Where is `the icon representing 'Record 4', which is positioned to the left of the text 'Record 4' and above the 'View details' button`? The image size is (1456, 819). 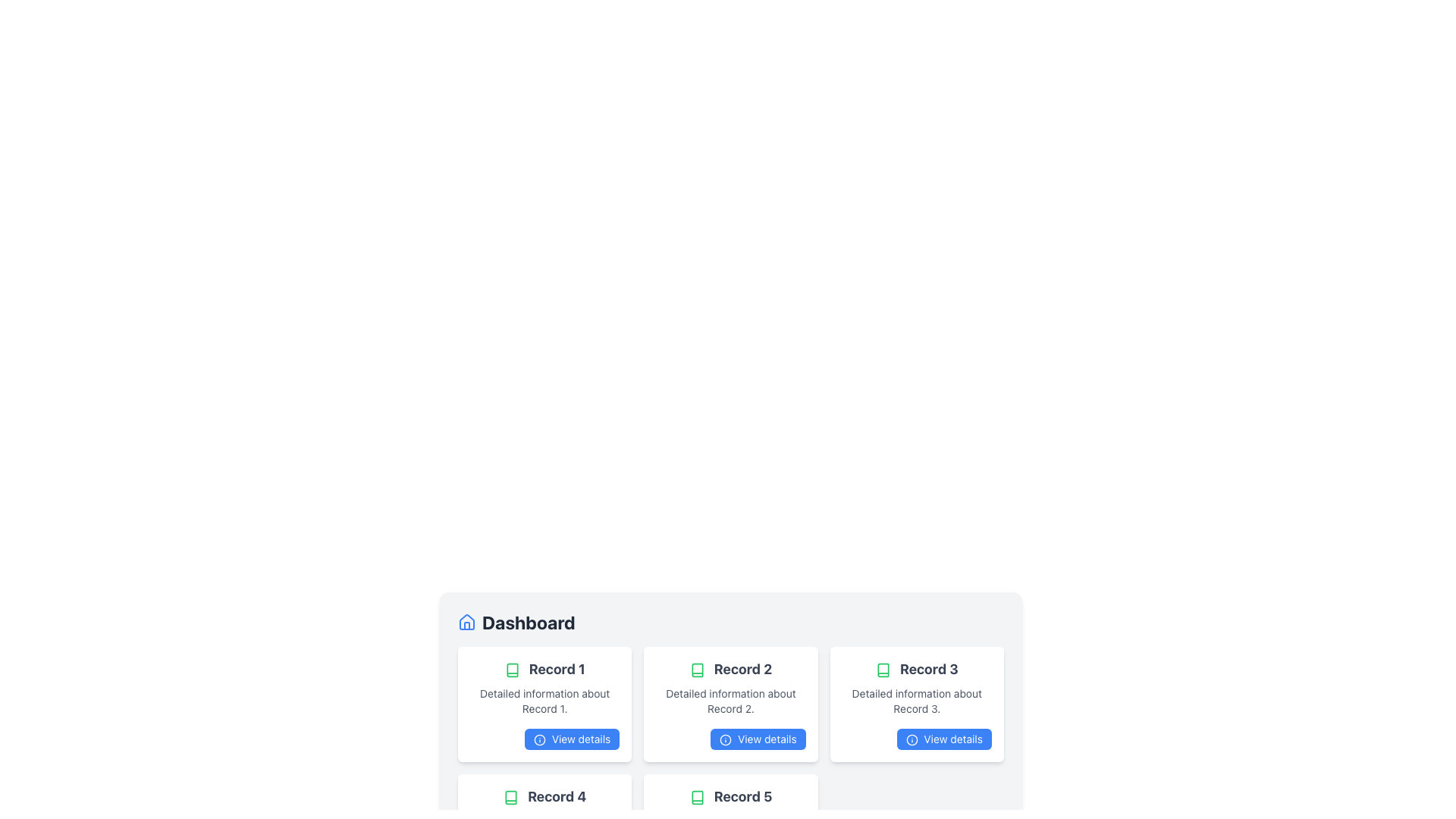 the icon representing 'Record 4', which is positioned to the left of the text 'Record 4' and above the 'View details' button is located at coordinates (510, 797).